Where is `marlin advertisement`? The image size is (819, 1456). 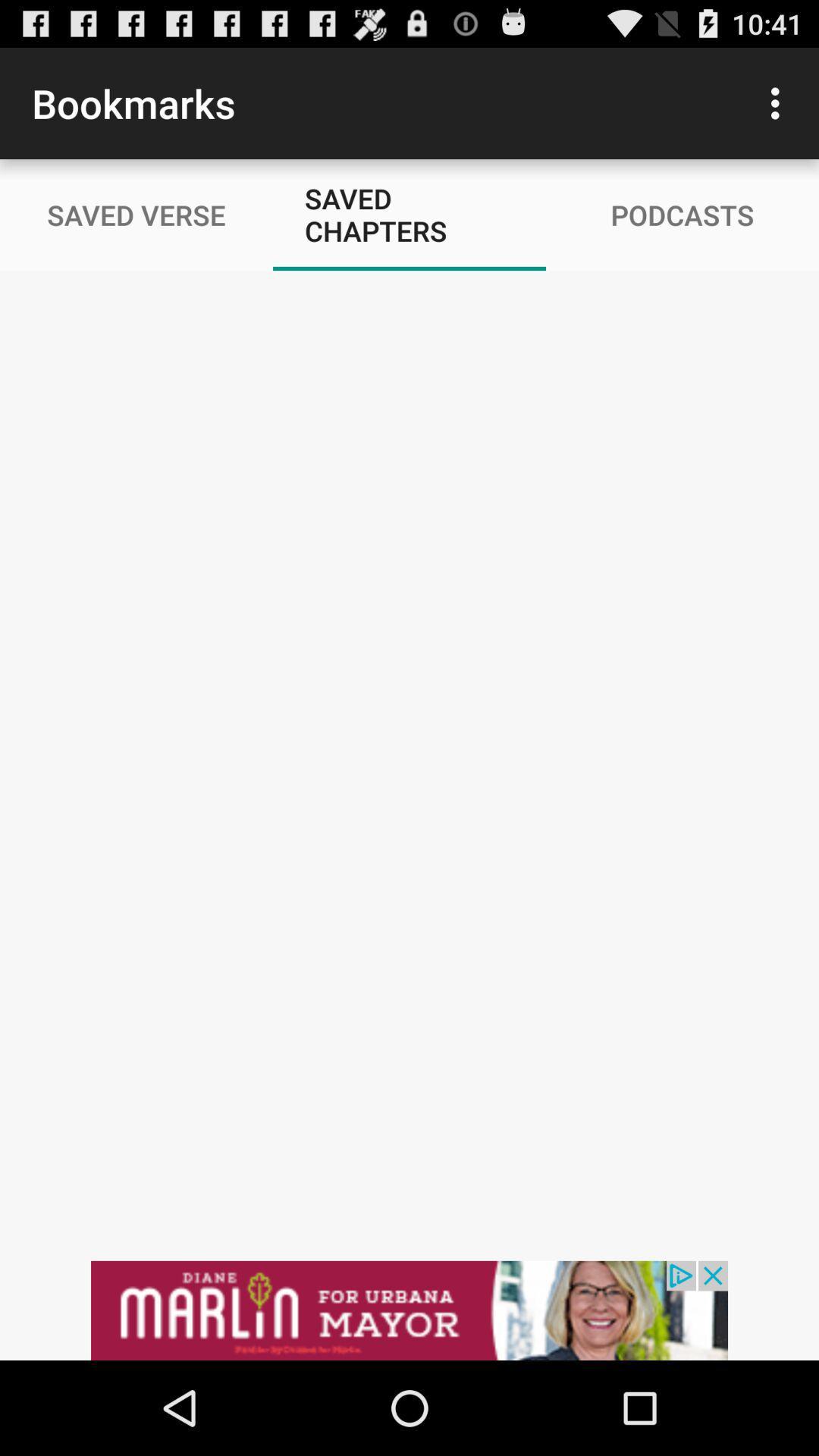 marlin advertisement is located at coordinates (409, 1310).